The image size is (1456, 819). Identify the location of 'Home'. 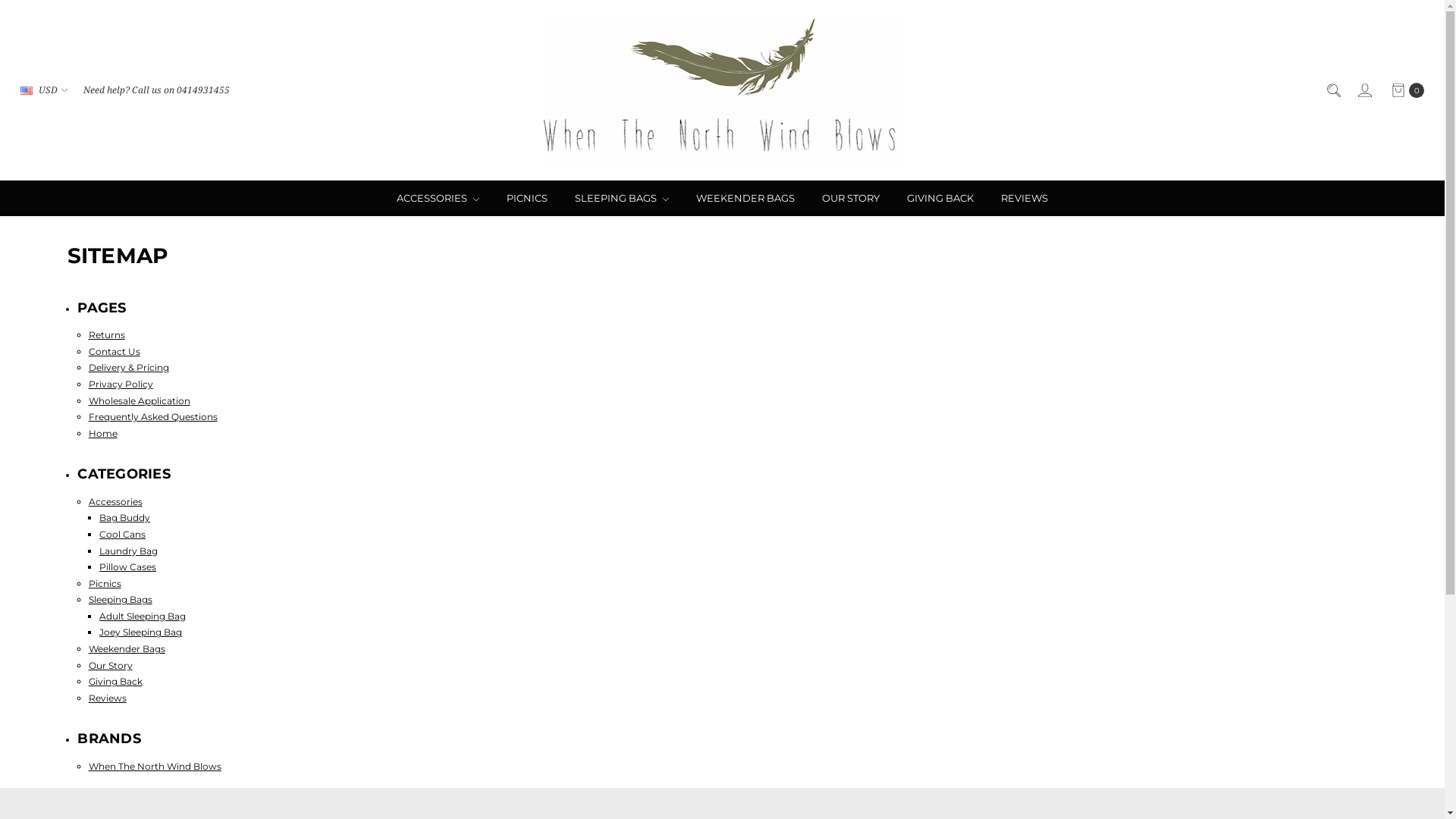
(102, 433).